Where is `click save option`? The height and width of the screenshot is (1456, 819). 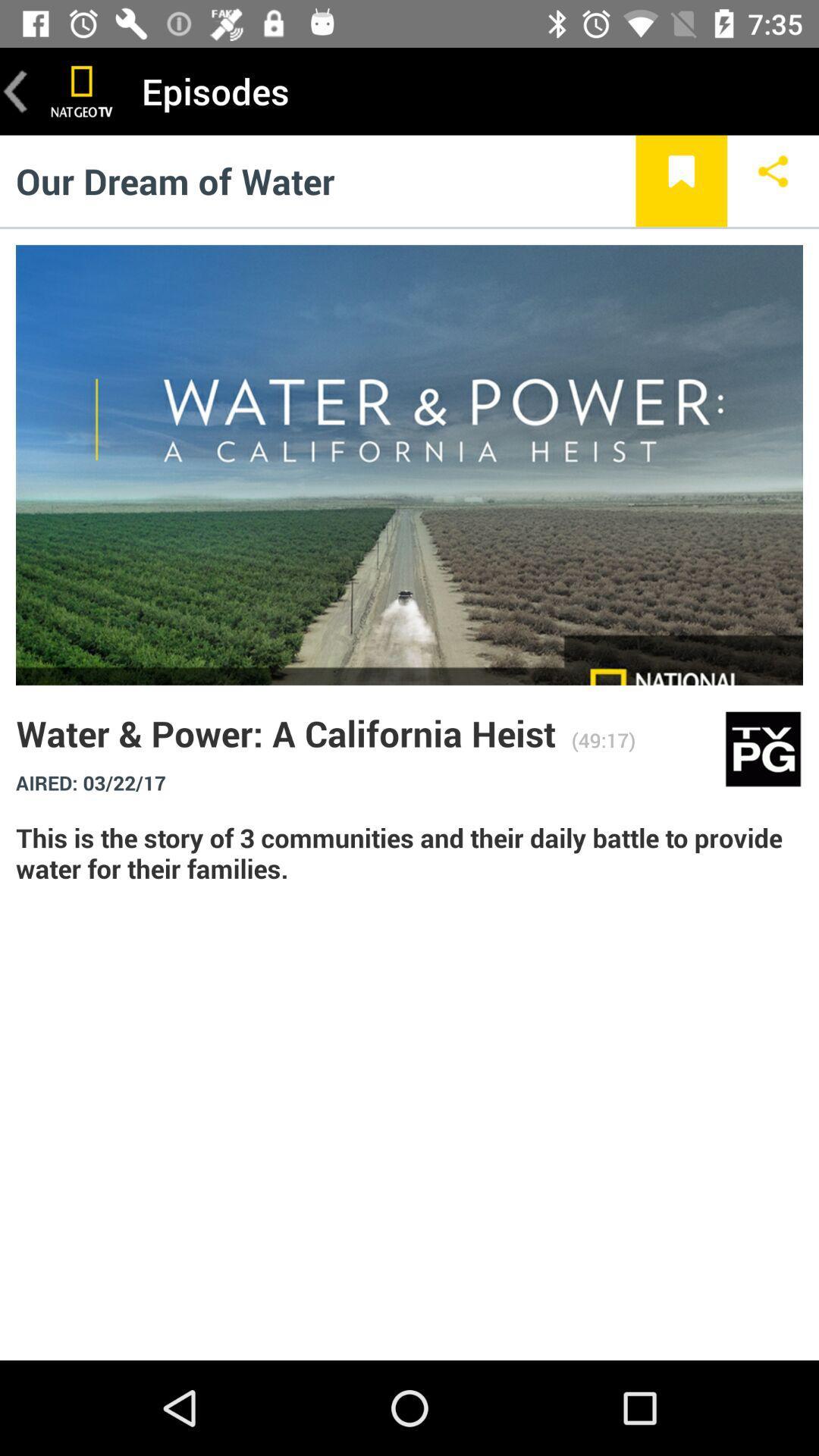
click save option is located at coordinates (680, 180).